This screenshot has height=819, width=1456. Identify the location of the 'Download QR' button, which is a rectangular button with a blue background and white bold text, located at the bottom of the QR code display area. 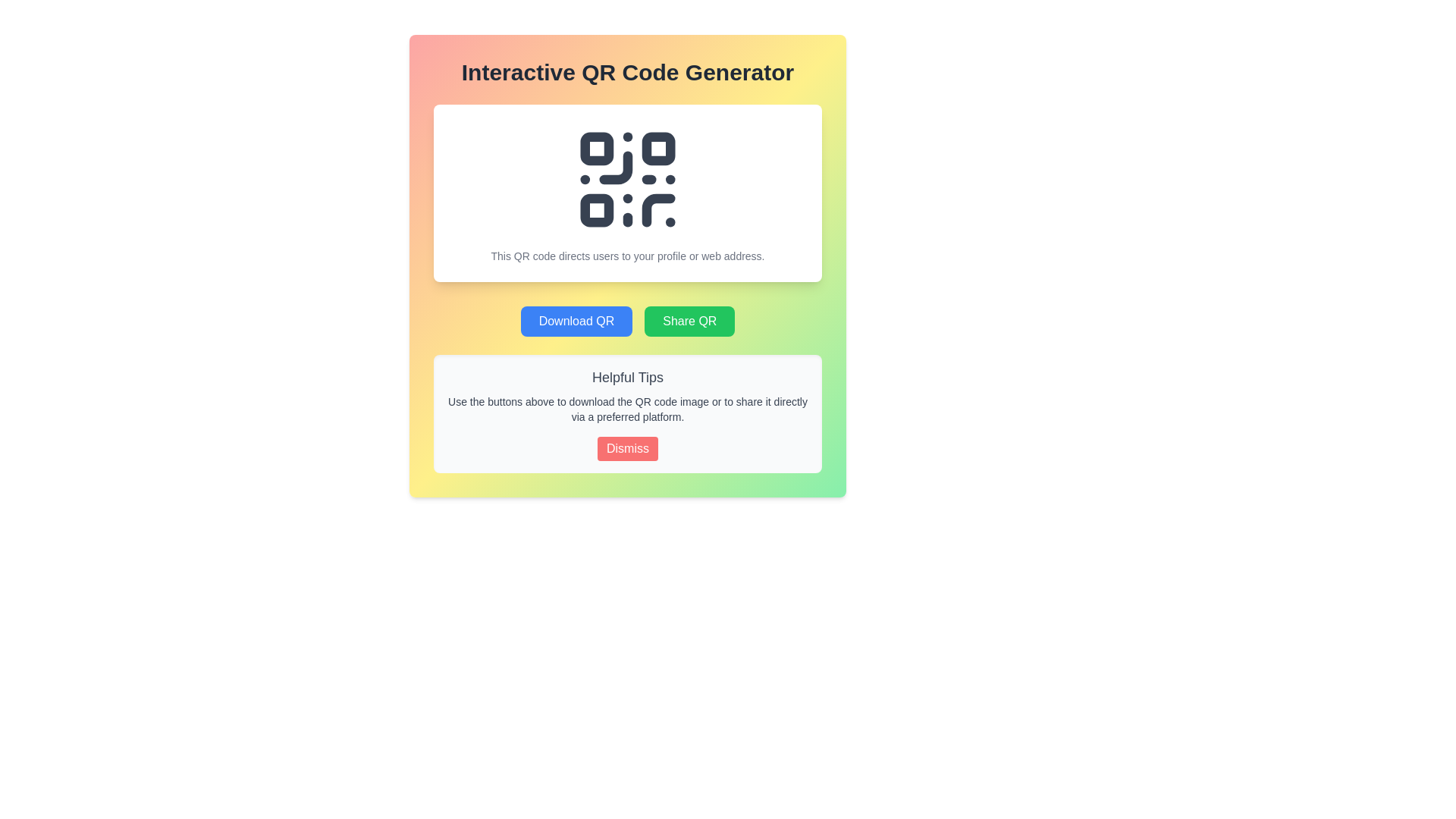
(575, 321).